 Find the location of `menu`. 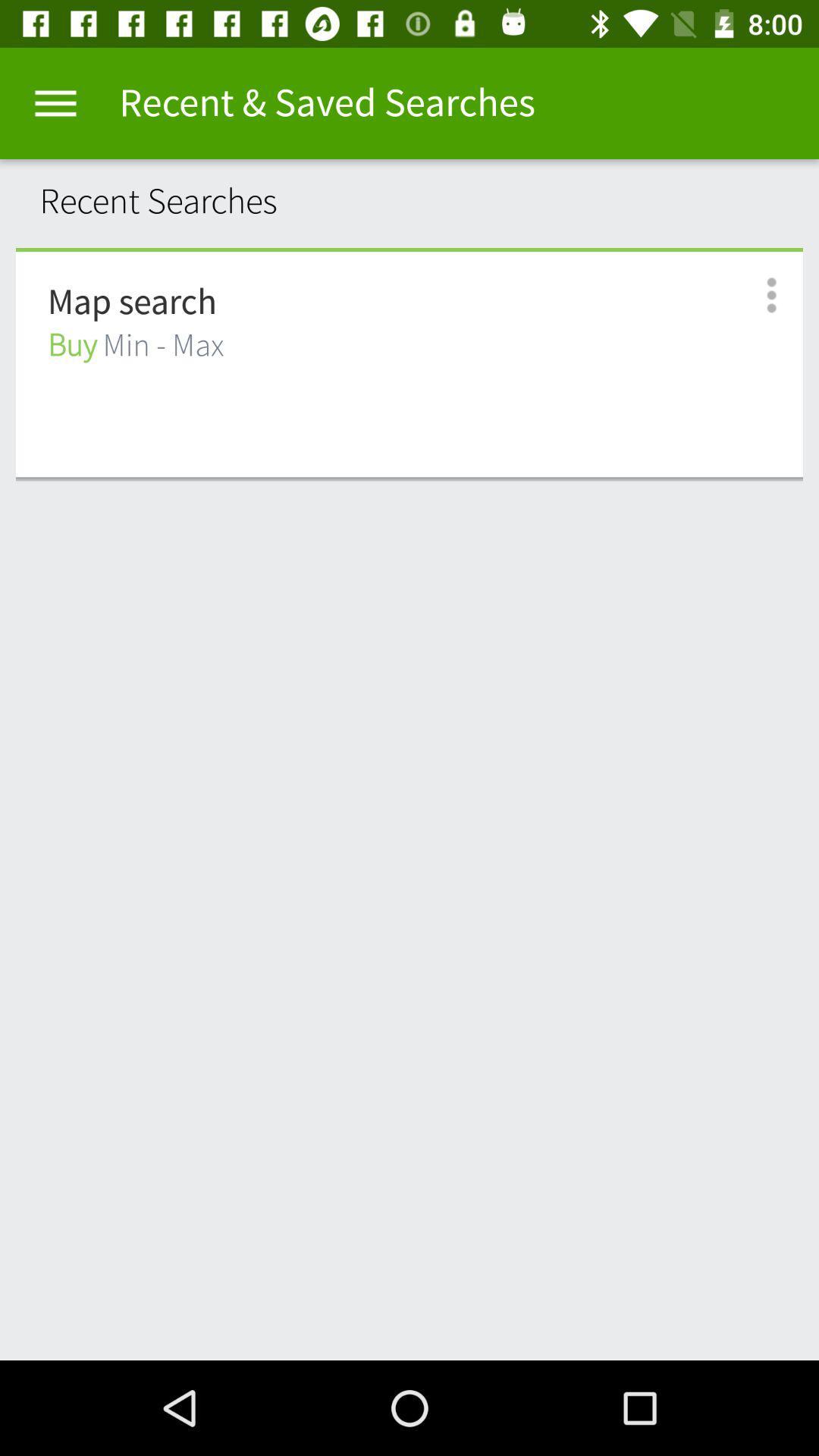

menu is located at coordinates (55, 102).